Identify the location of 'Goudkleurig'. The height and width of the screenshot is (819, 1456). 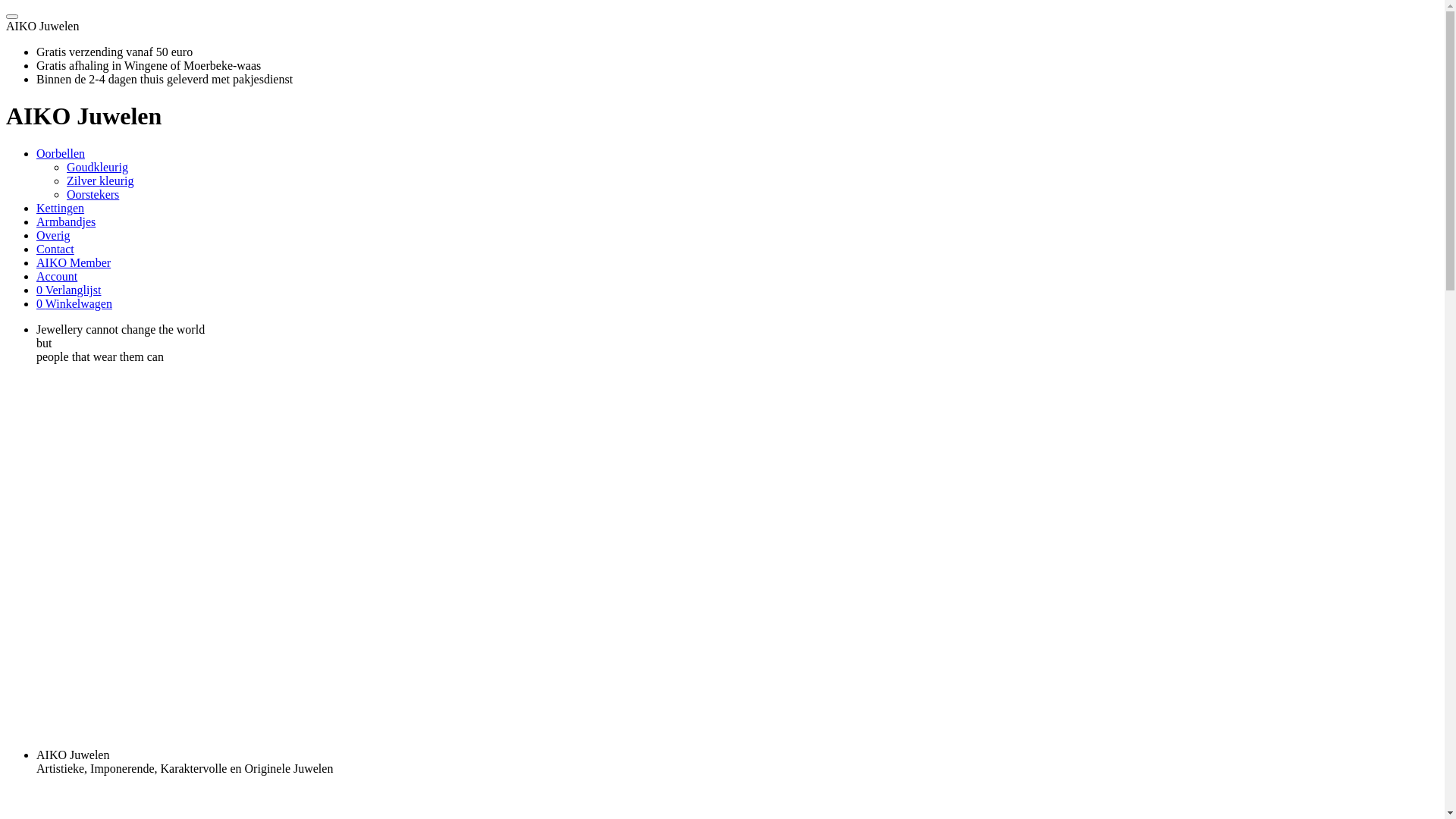
(65, 167).